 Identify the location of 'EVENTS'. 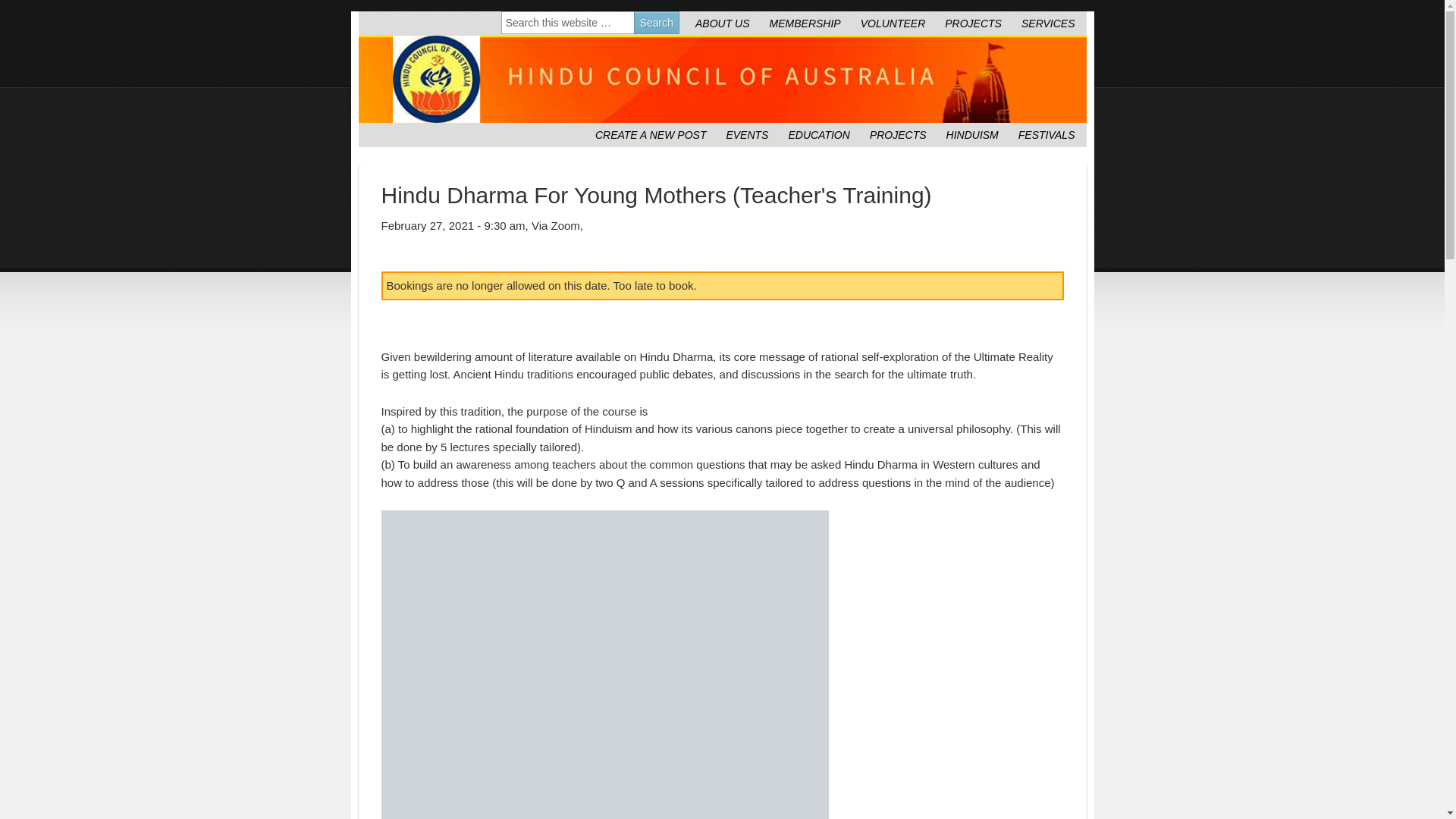
(746, 133).